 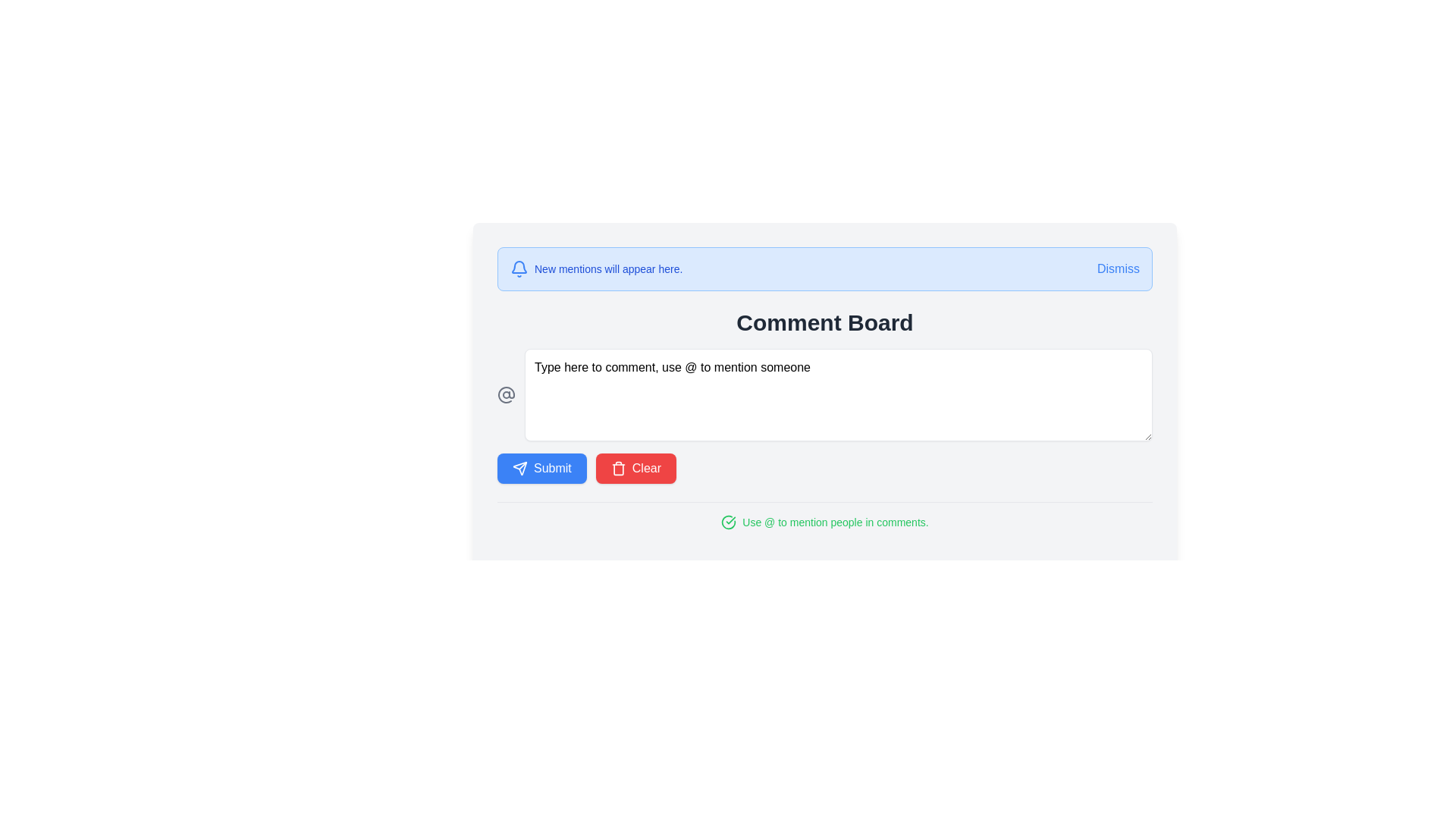 I want to click on the dismiss button located at the far right of the notification box with a blue background, adjacent to the text message 'New mentions will appear here.', so click(x=1118, y=268).